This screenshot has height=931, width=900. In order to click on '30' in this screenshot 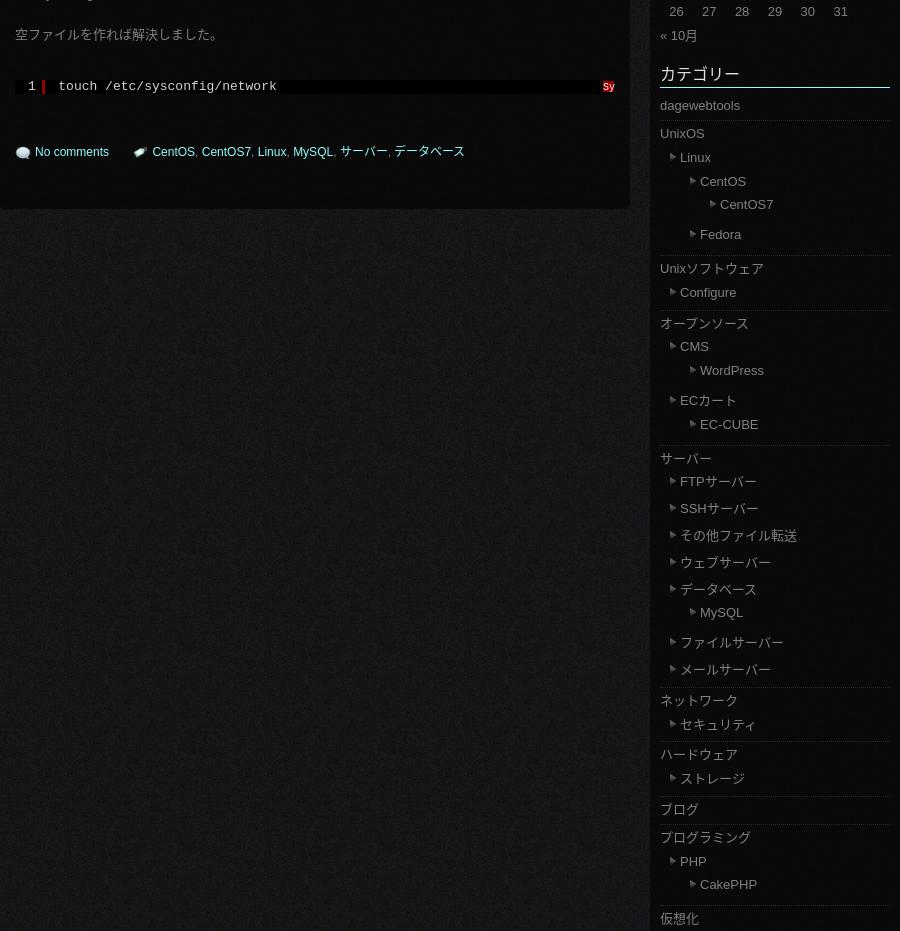, I will do `click(807, 10)`.